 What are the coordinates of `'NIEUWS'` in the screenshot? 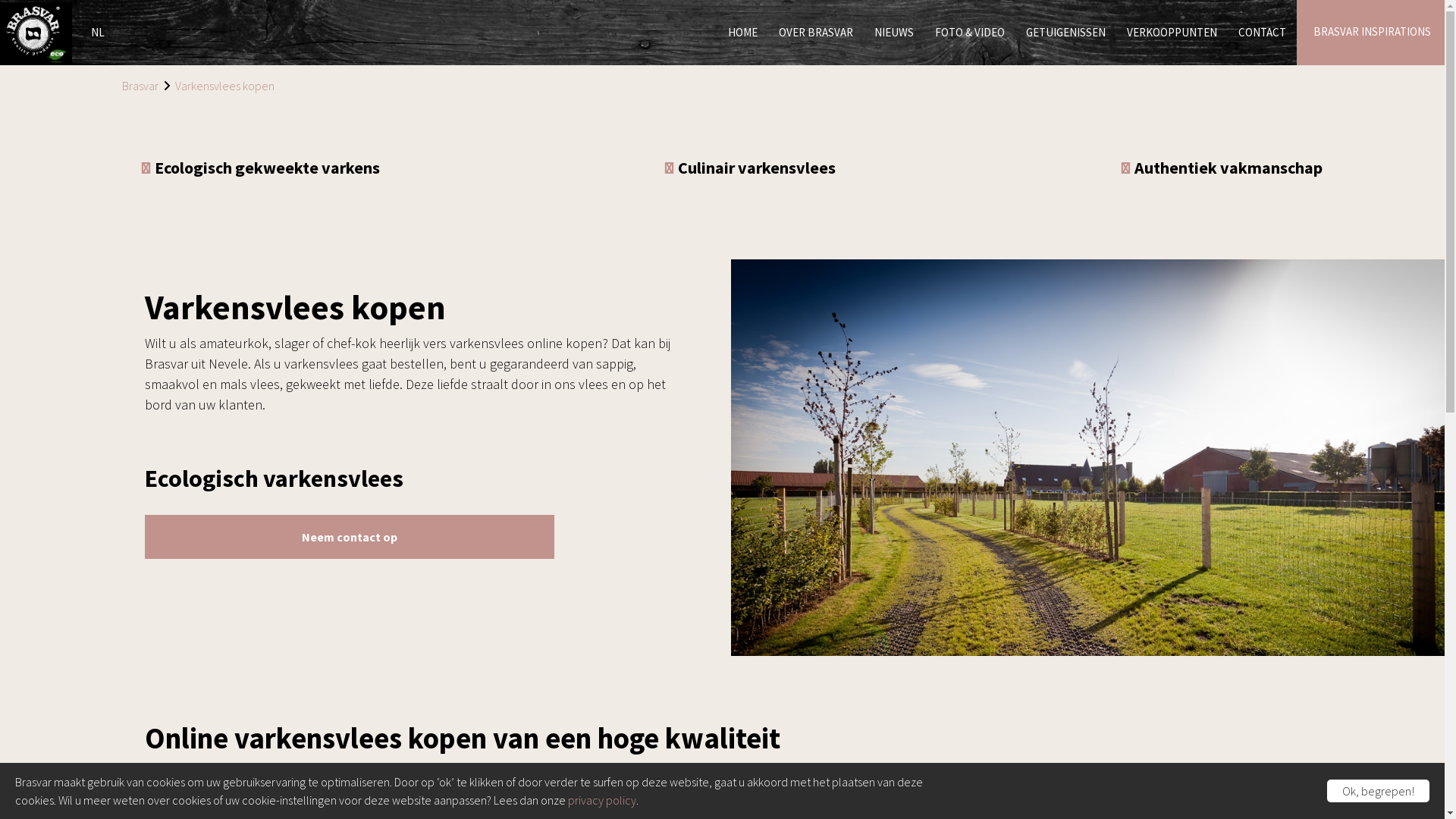 It's located at (894, 33).